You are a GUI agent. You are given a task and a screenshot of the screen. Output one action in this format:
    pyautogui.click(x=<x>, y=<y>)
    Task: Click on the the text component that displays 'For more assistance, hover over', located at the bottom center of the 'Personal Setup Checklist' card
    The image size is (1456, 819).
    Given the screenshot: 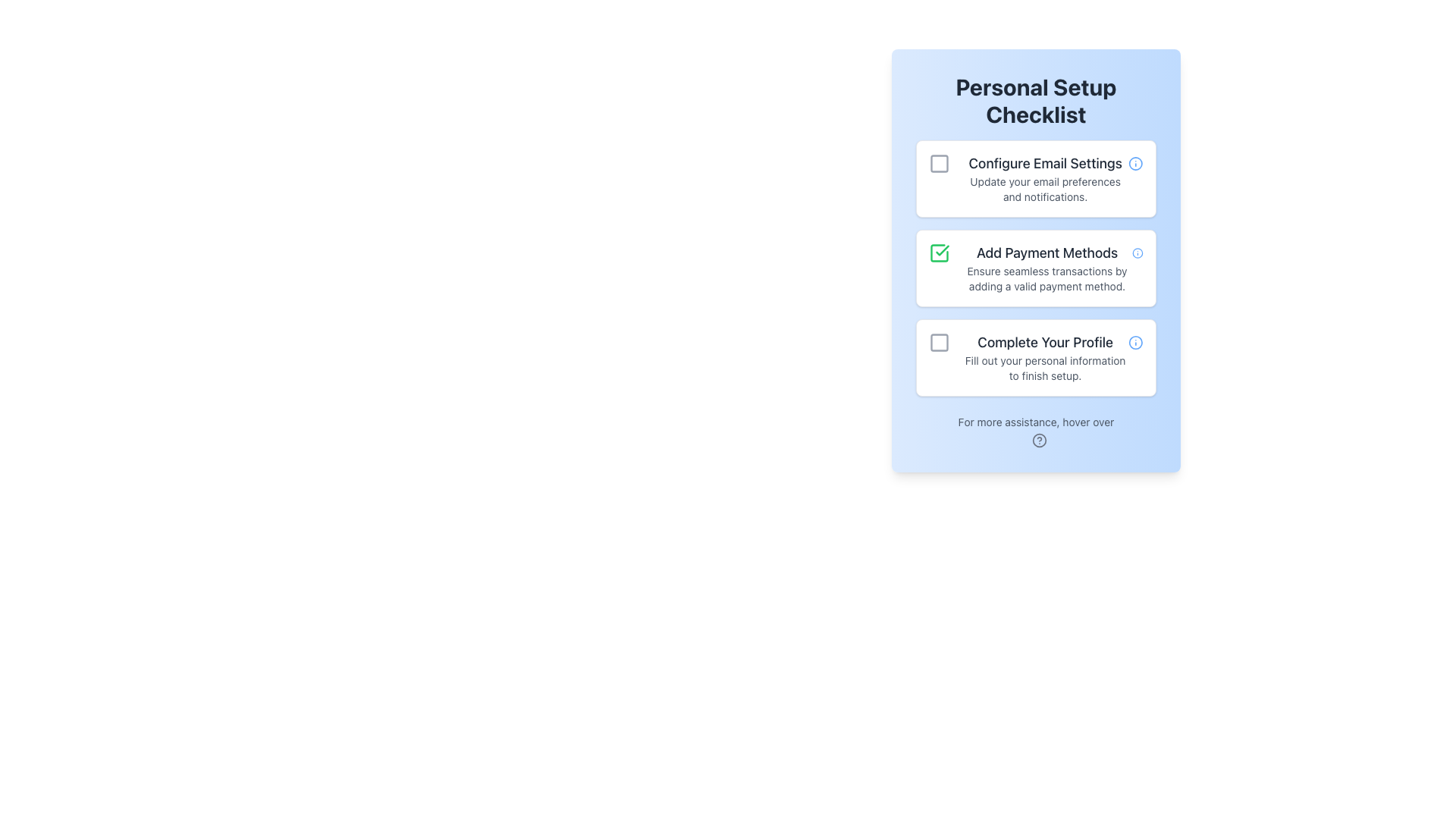 What is the action you would take?
    pyautogui.click(x=1035, y=422)
    